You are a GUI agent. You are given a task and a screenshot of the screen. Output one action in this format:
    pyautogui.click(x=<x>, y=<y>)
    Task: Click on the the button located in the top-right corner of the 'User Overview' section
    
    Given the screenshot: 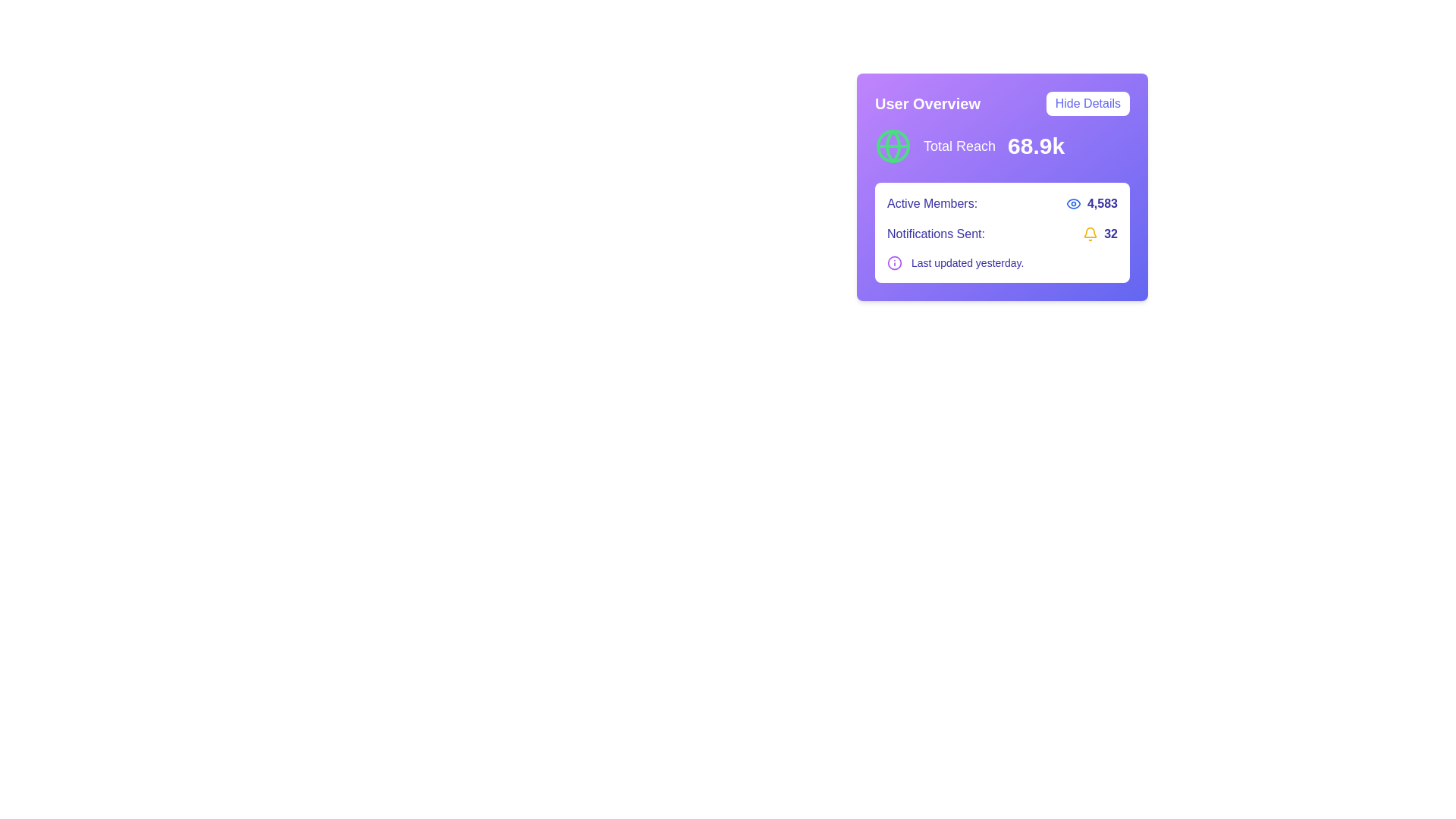 What is the action you would take?
    pyautogui.click(x=1087, y=103)
    